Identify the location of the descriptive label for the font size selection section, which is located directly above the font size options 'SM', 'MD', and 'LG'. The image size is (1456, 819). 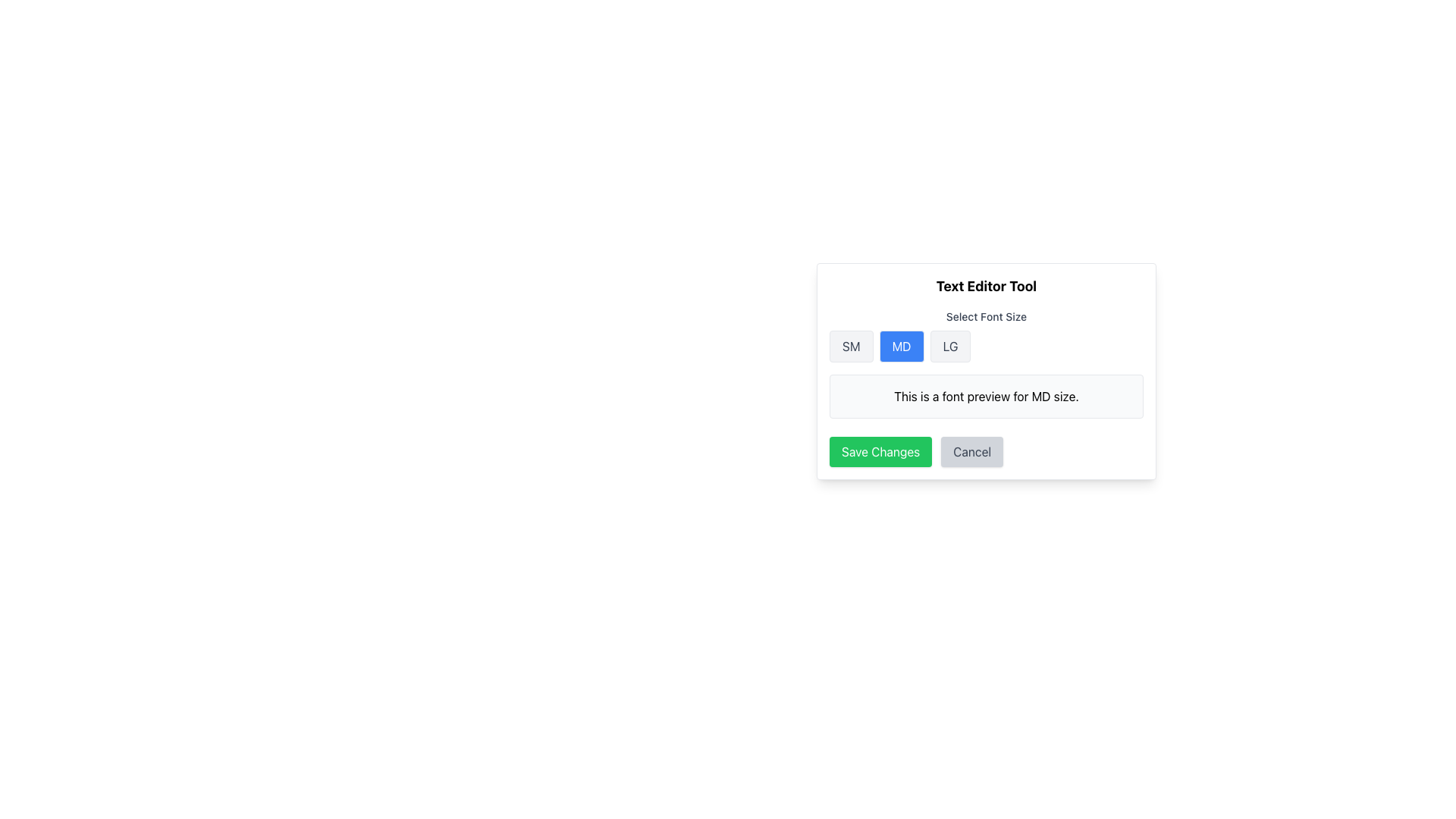
(986, 315).